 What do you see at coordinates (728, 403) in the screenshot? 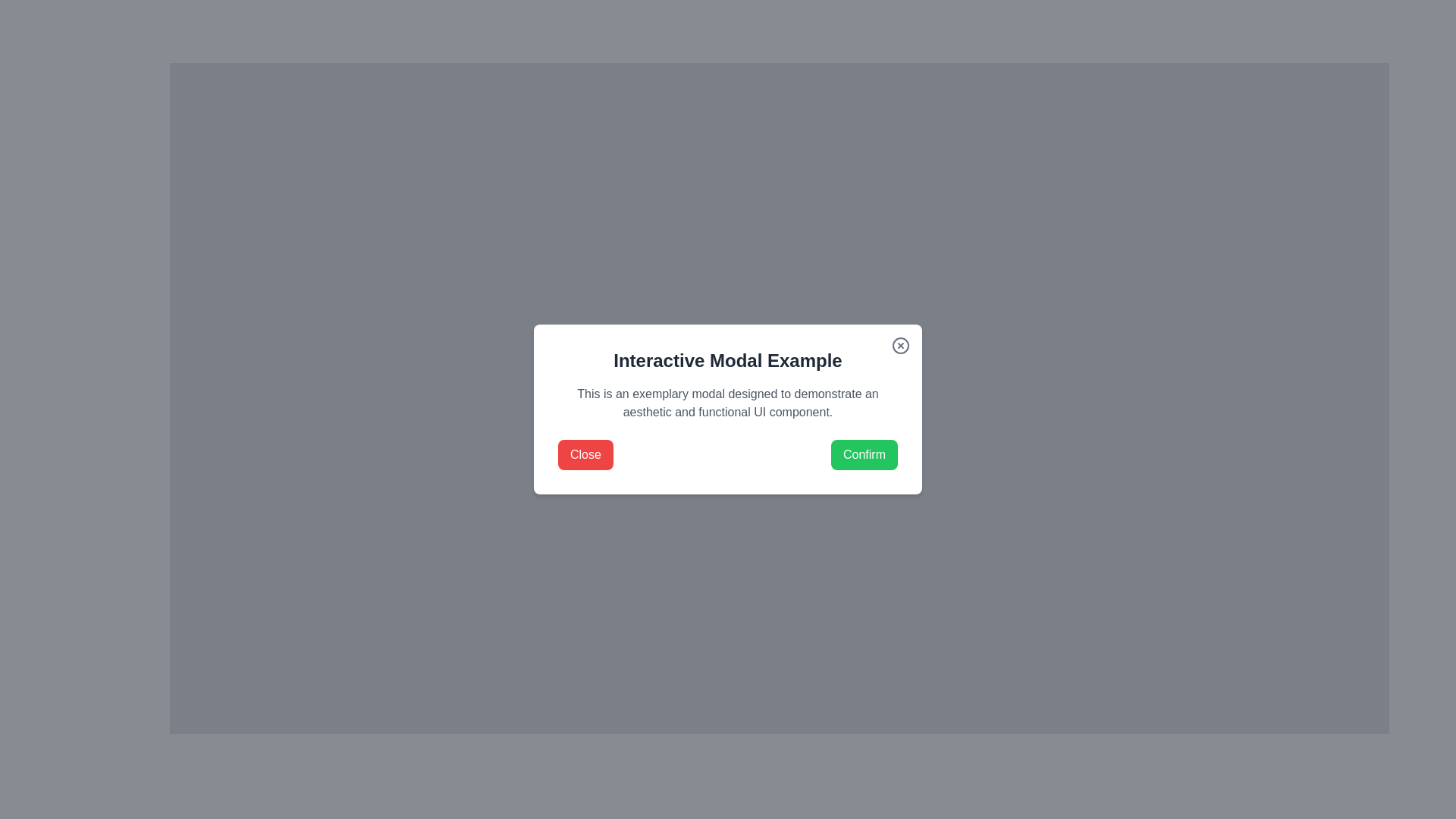
I see `the descriptive text block located below the header 'Interactive Modal Example' and above the action buttons 'Close' and 'Confirm' within the modal dialog` at bounding box center [728, 403].